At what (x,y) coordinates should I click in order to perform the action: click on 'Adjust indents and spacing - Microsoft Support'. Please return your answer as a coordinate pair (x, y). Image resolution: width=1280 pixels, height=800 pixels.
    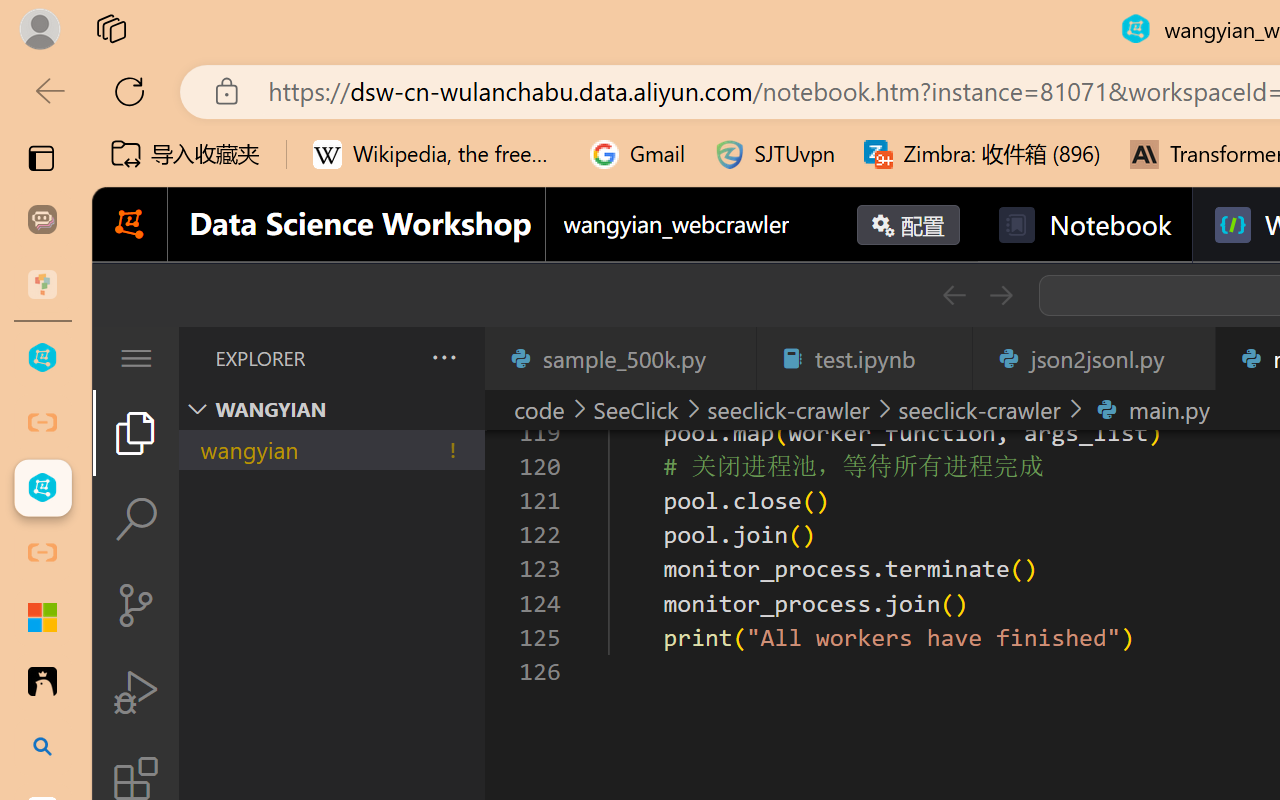
    Looking at the image, I should click on (42, 617).